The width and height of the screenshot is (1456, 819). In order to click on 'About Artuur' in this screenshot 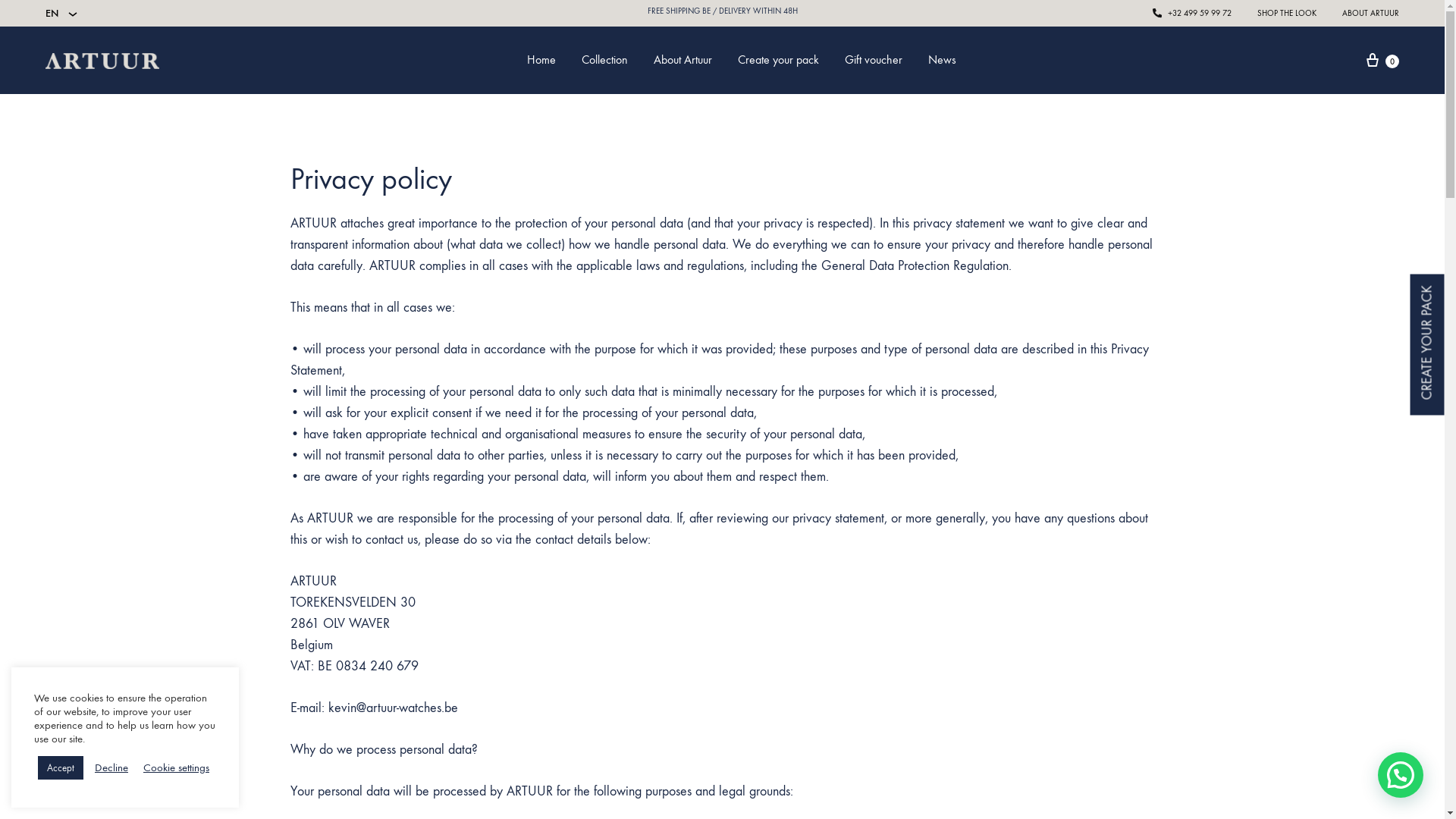, I will do `click(654, 59)`.